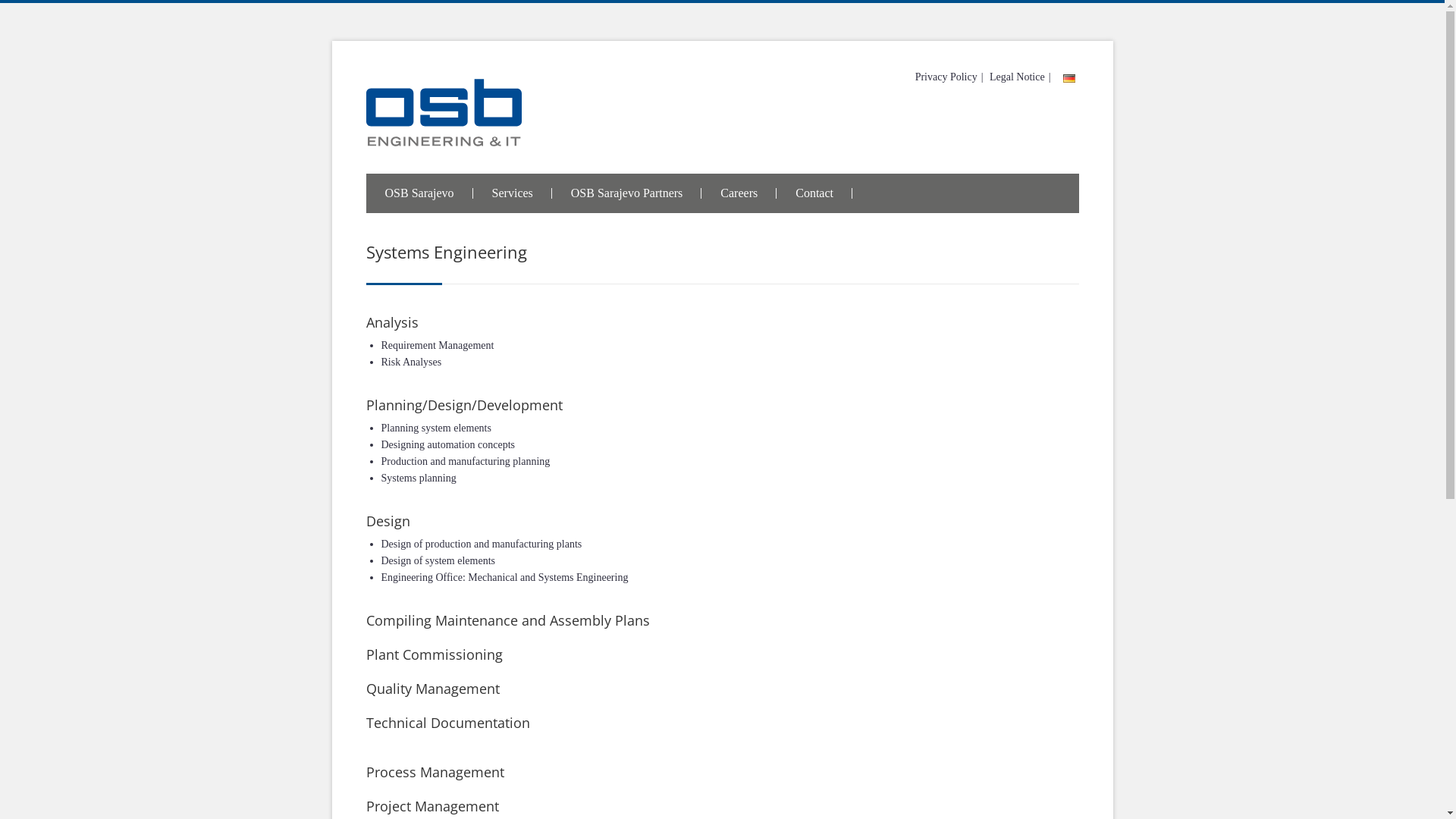  I want to click on 'Careers', so click(739, 192).